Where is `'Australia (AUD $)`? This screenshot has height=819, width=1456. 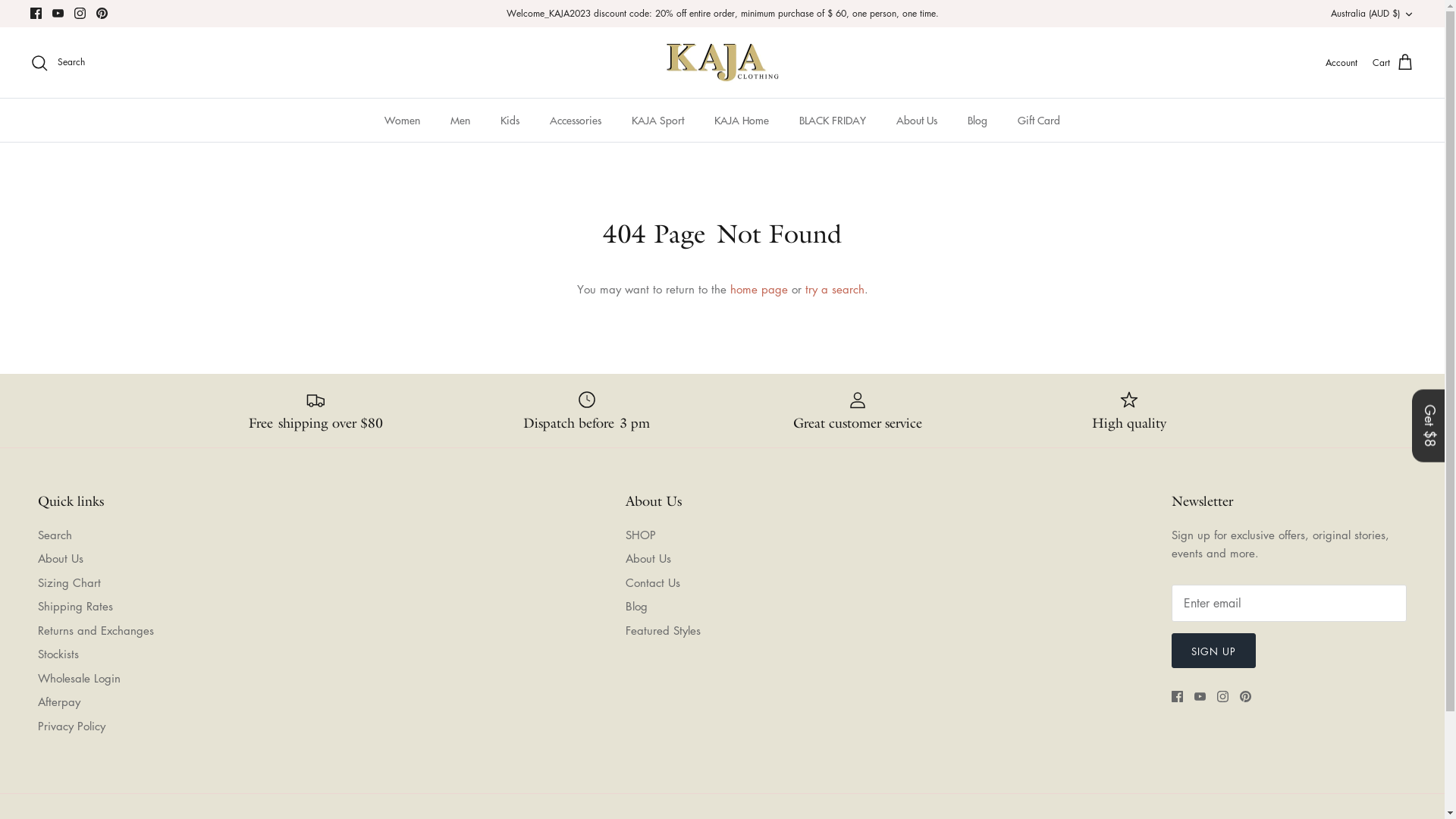
'Australia (AUD $) is located at coordinates (1372, 14).